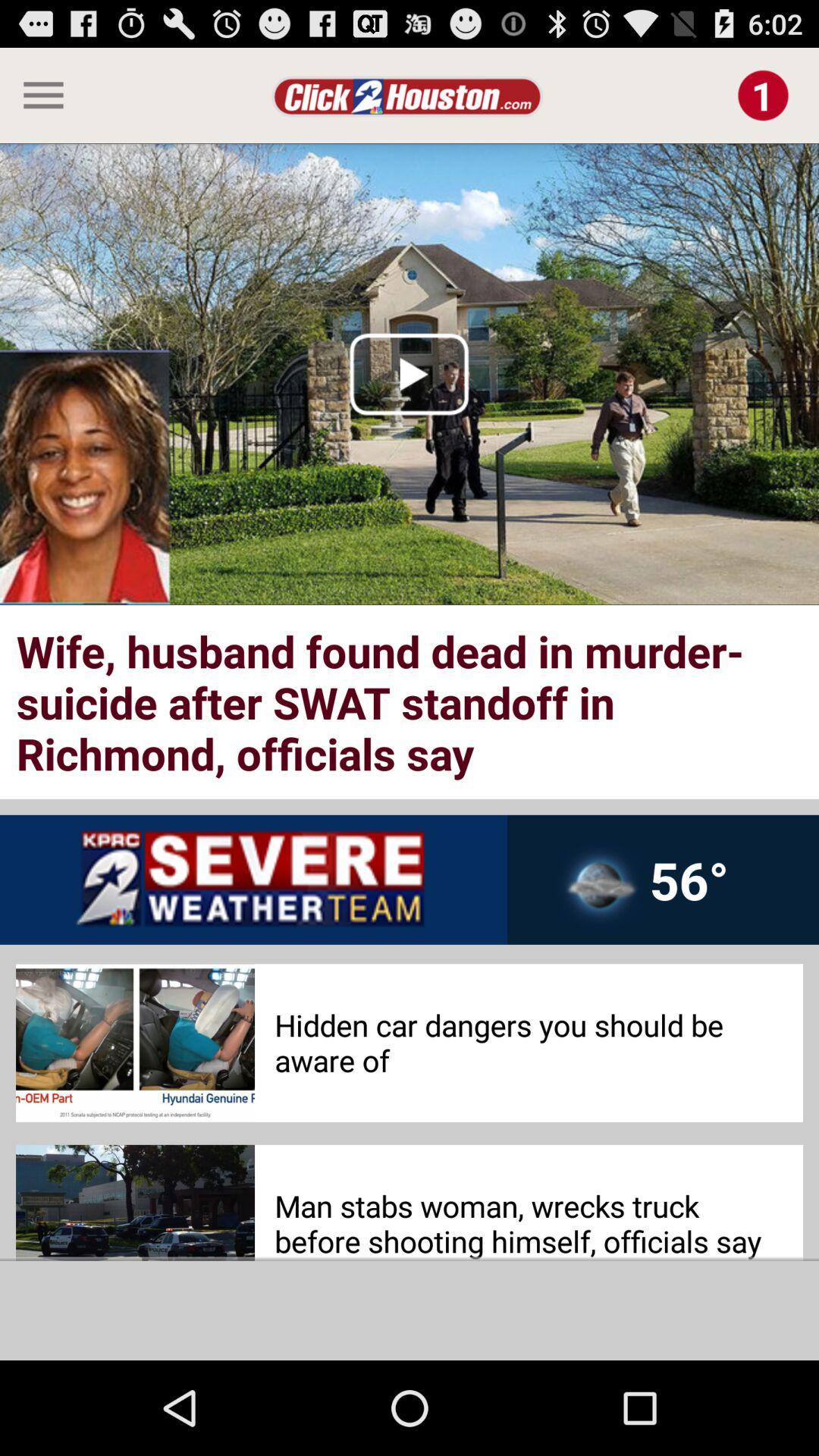 The width and height of the screenshot is (819, 1456). I want to click on the first video from the bottom at bottom left, so click(134, 1202).